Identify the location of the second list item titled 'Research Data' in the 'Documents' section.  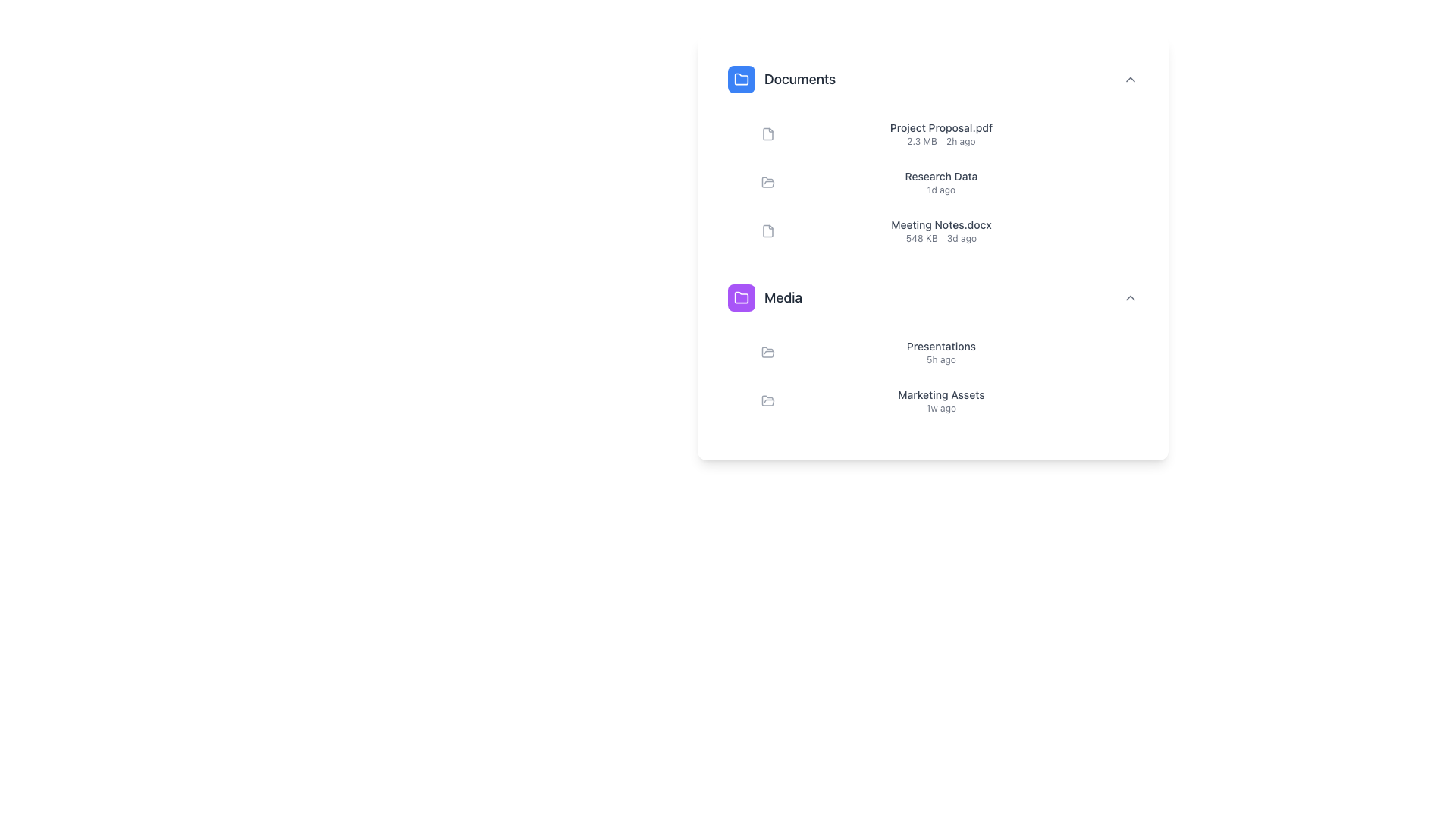
(932, 154).